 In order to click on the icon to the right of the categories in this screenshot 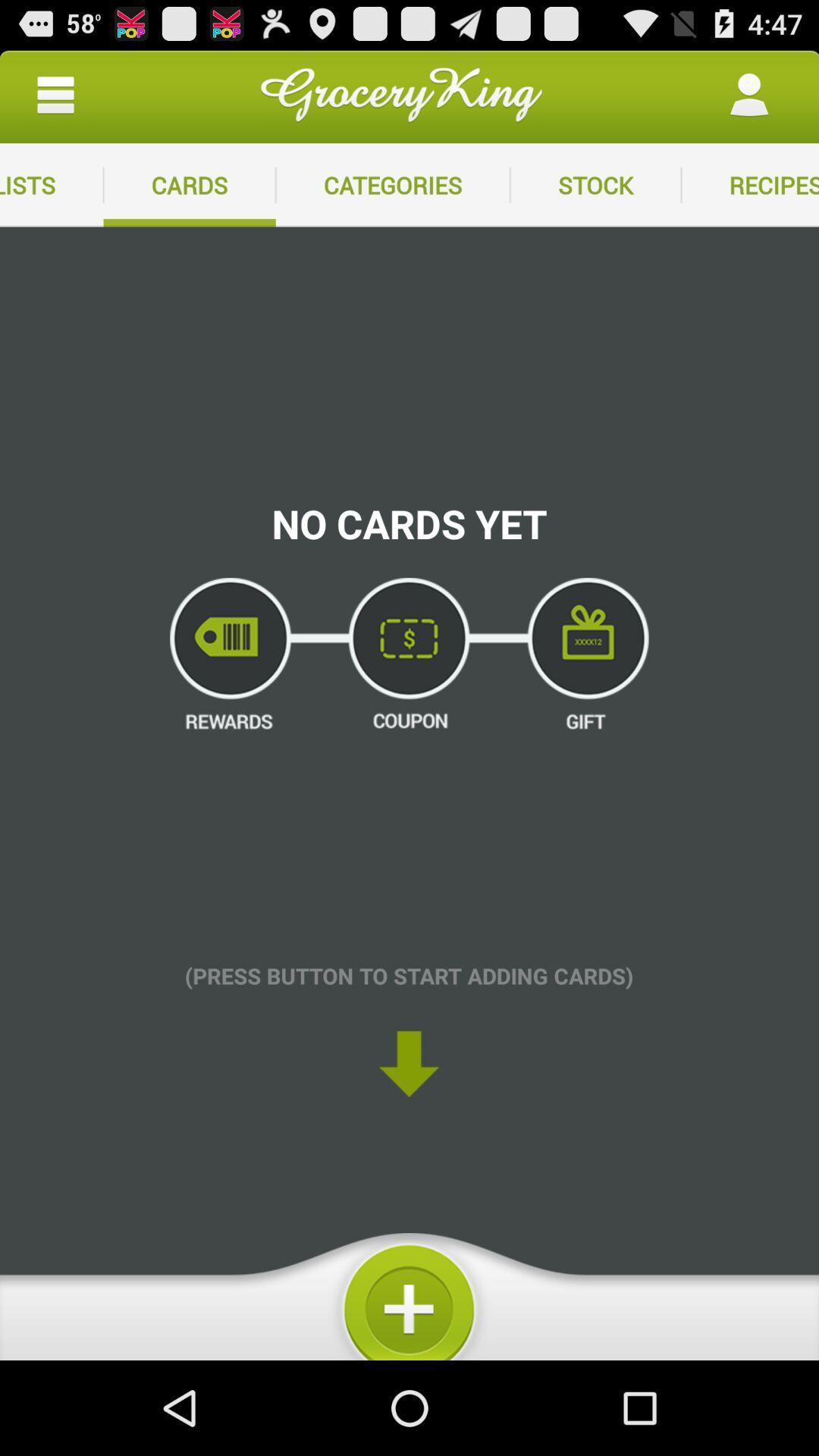, I will do `click(595, 184)`.